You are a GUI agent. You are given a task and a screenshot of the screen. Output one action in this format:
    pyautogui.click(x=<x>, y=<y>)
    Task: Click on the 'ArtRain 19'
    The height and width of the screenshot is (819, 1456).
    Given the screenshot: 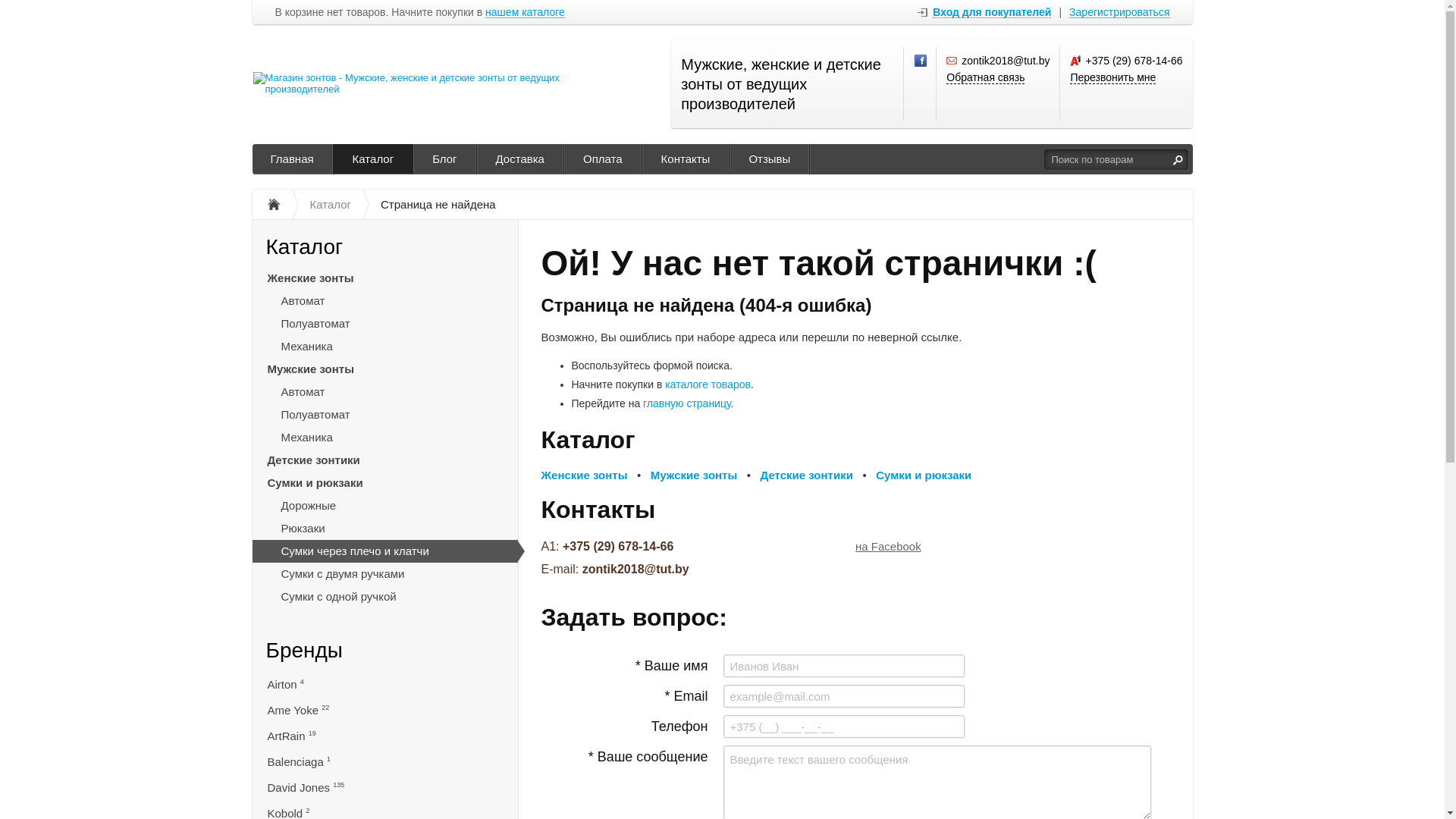 What is the action you would take?
    pyautogui.click(x=384, y=733)
    